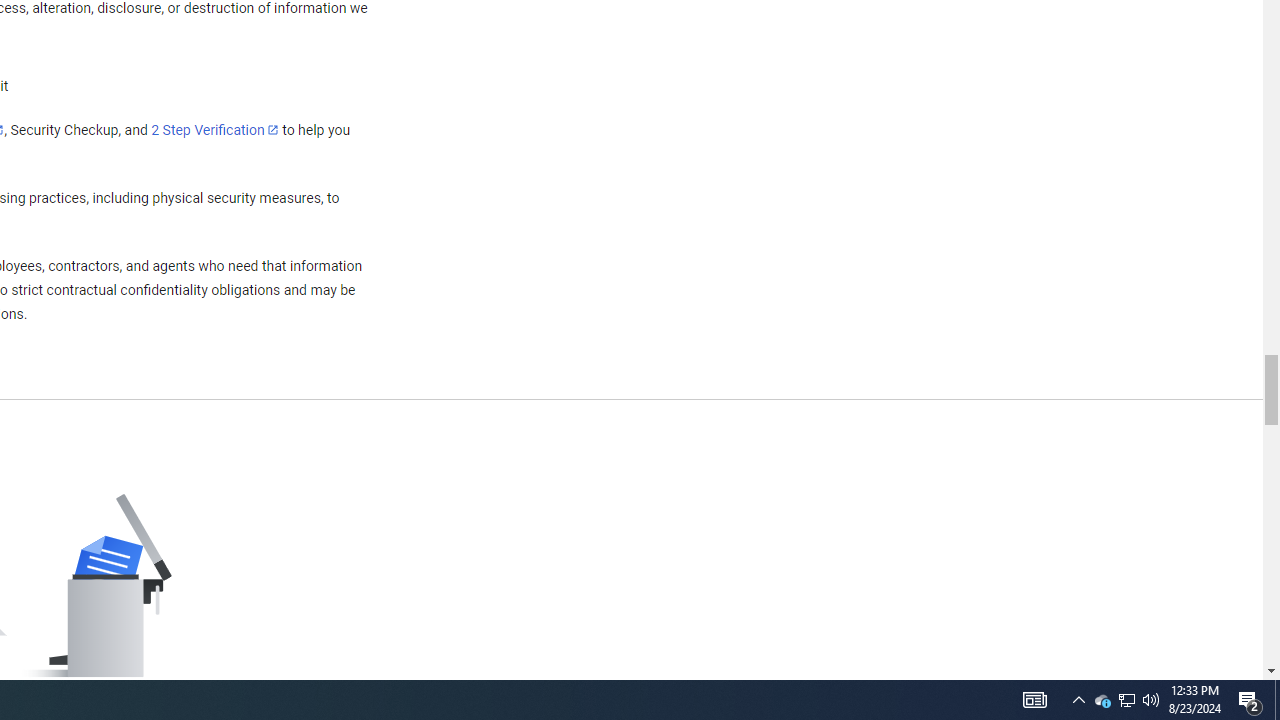 This screenshot has height=720, width=1280. Describe the element at coordinates (215, 129) in the screenshot. I see `'2 Step Verification'` at that location.